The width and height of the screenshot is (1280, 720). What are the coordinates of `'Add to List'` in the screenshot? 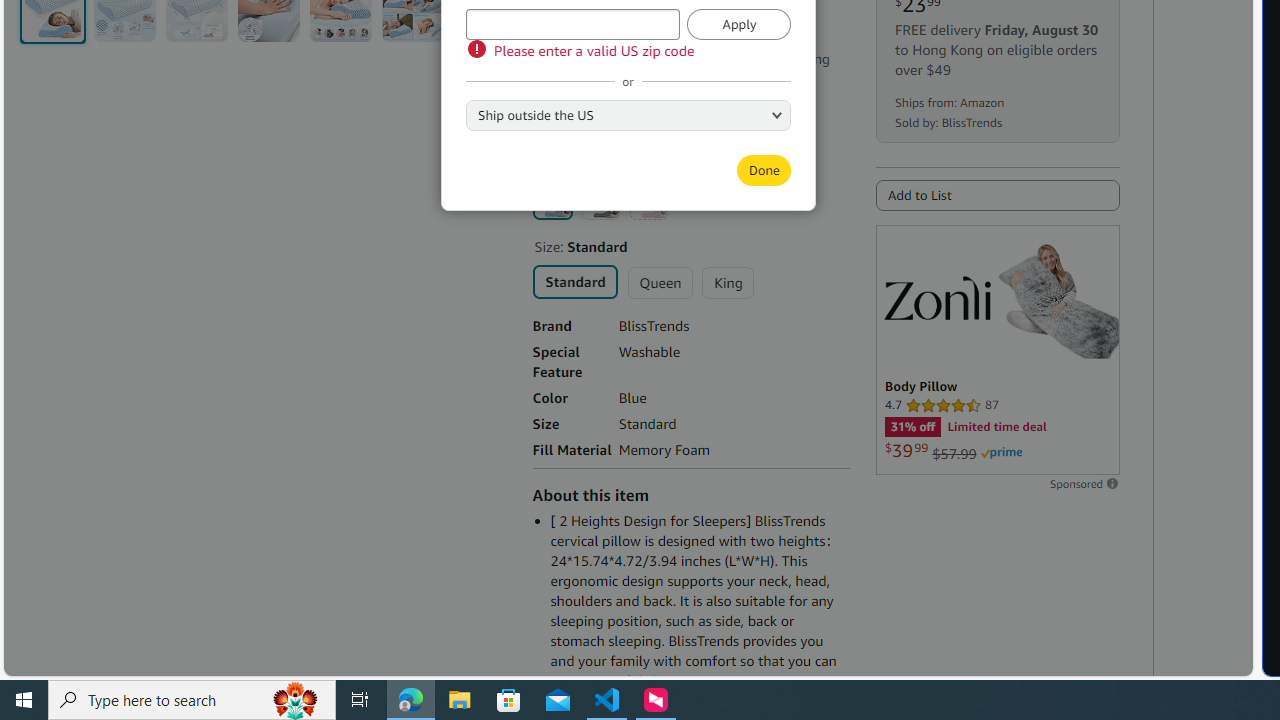 It's located at (997, 195).